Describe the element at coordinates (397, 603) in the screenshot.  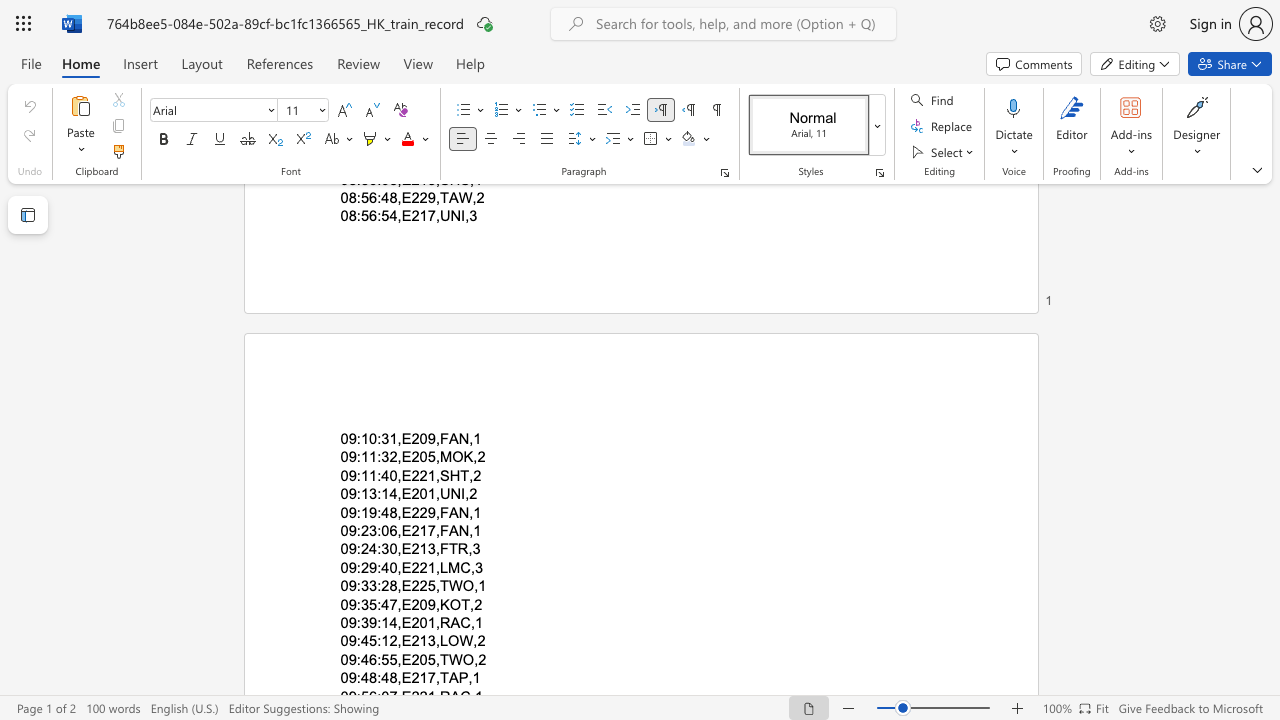
I see `the subset text ",E209,K" within the text "09:35:47,E209,KOT,2"` at that location.